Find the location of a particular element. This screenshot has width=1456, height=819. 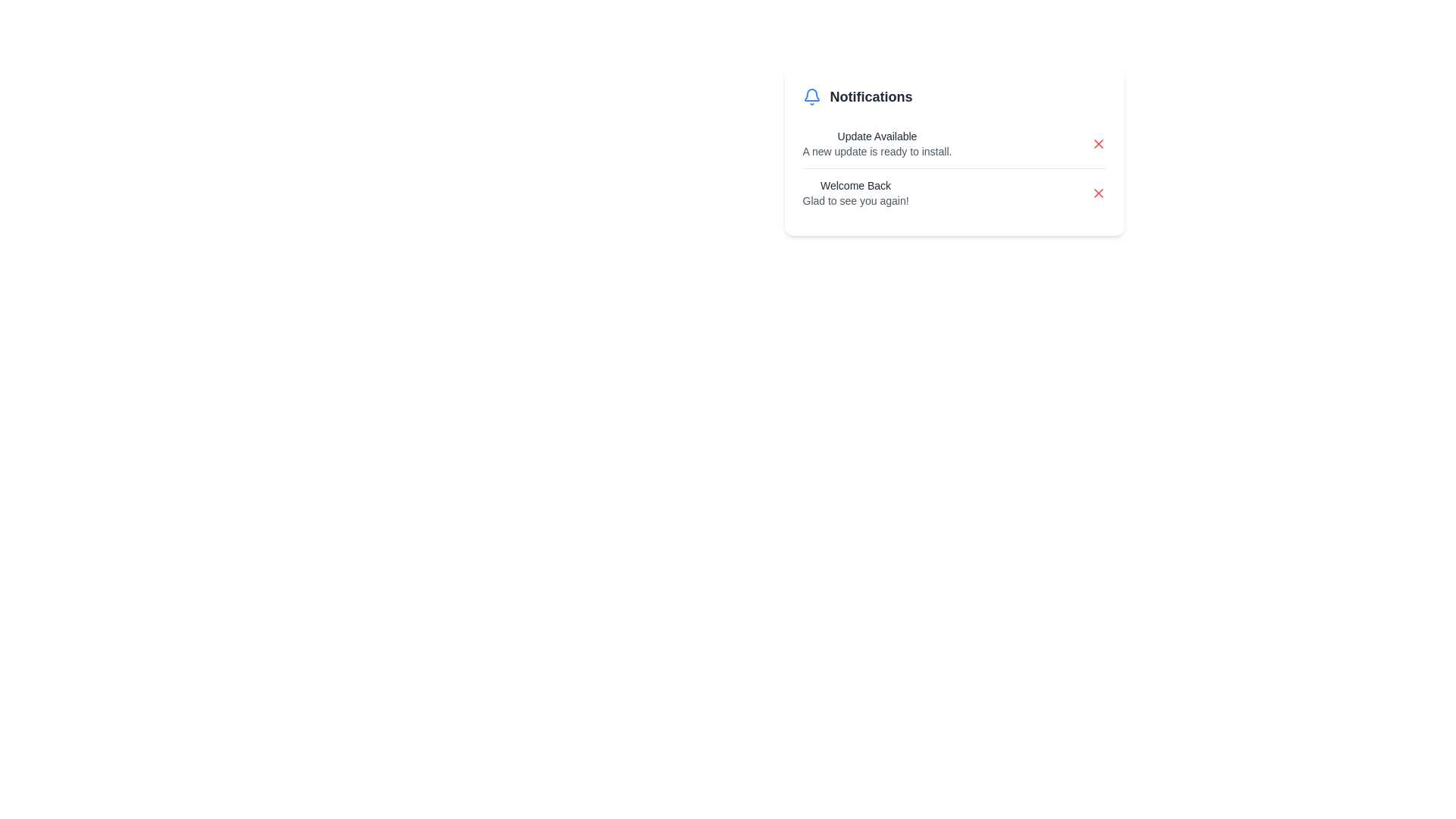

the blue bell icon located in the top-left area of the notification card, which is positioned to the left of the 'Notifications' title is located at coordinates (811, 95).